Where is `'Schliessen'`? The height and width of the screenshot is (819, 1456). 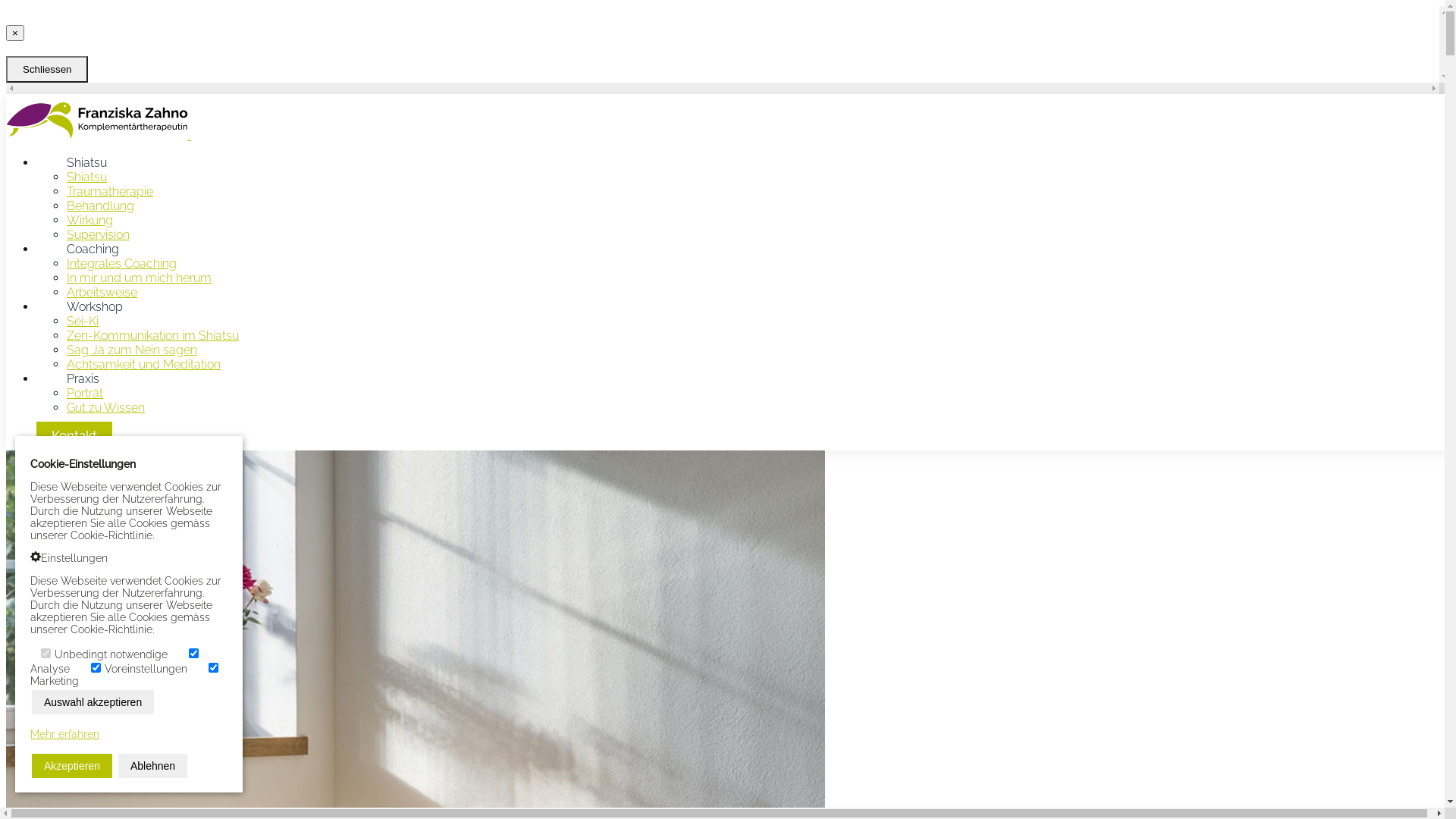
'Schliessen' is located at coordinates (47, 69).